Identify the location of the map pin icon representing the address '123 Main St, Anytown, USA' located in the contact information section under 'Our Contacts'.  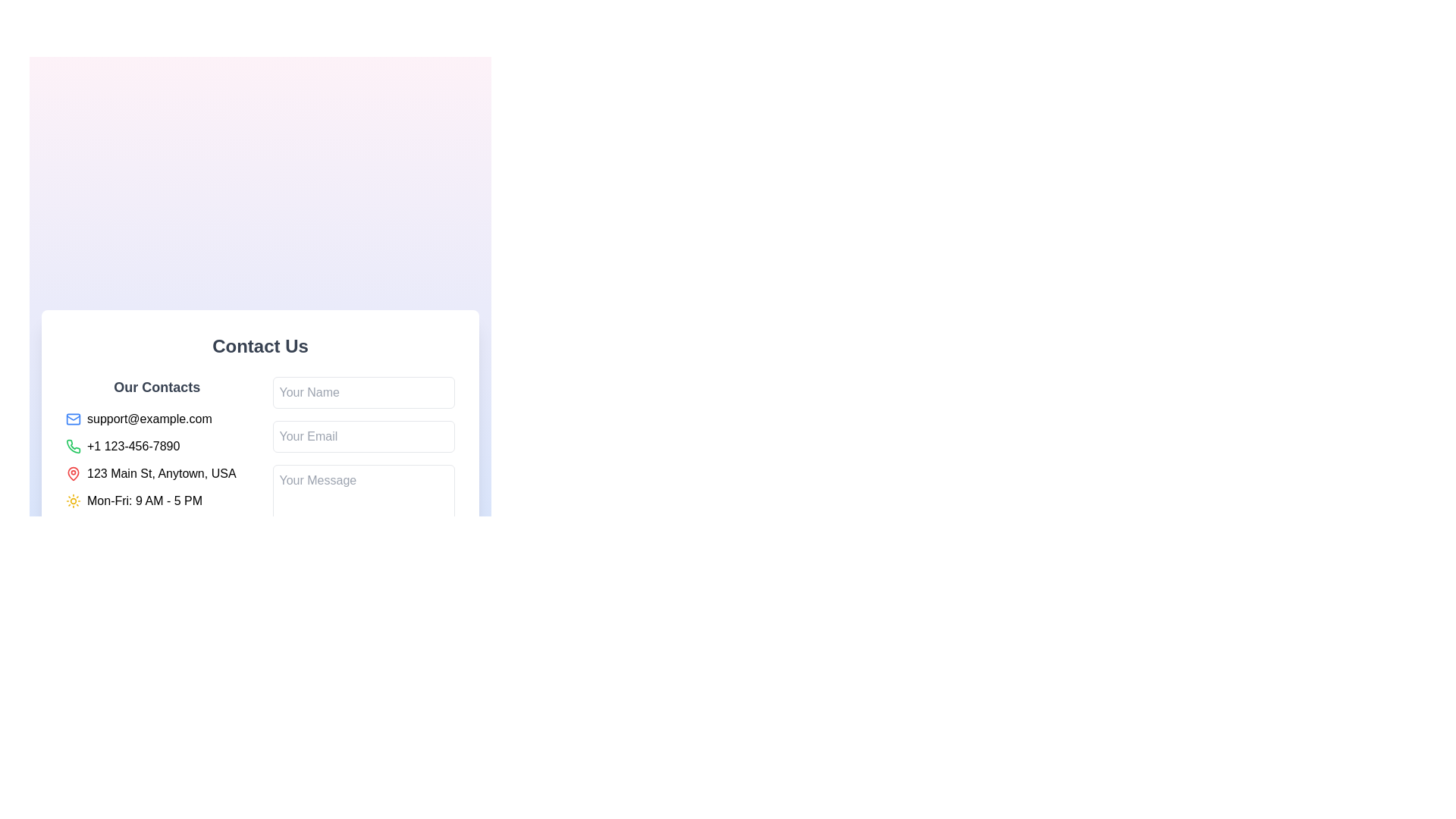
(72, 472).